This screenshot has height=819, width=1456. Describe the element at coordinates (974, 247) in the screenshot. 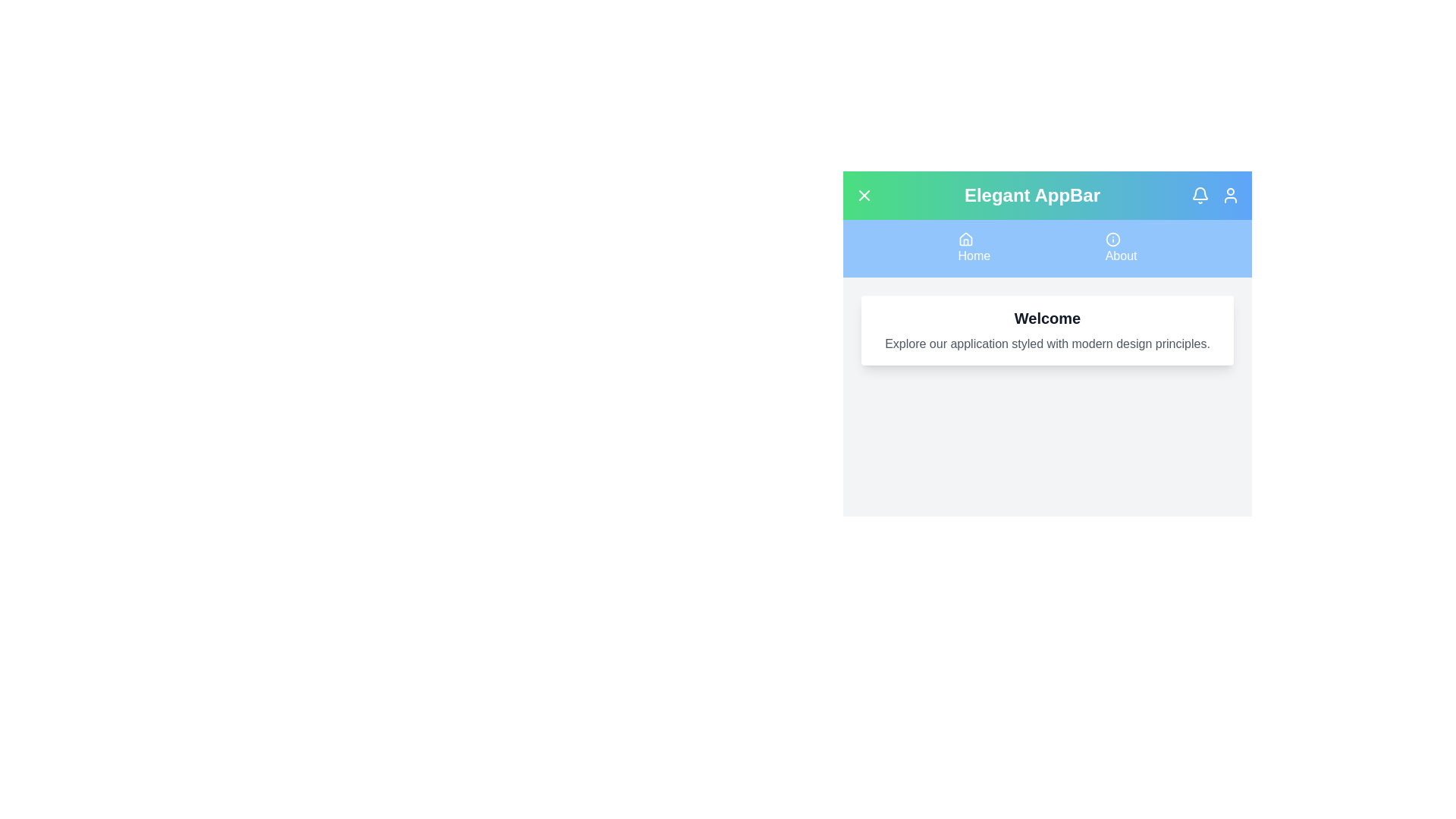

I see `the 'Home' navigation item in the navigation bar` at that location.